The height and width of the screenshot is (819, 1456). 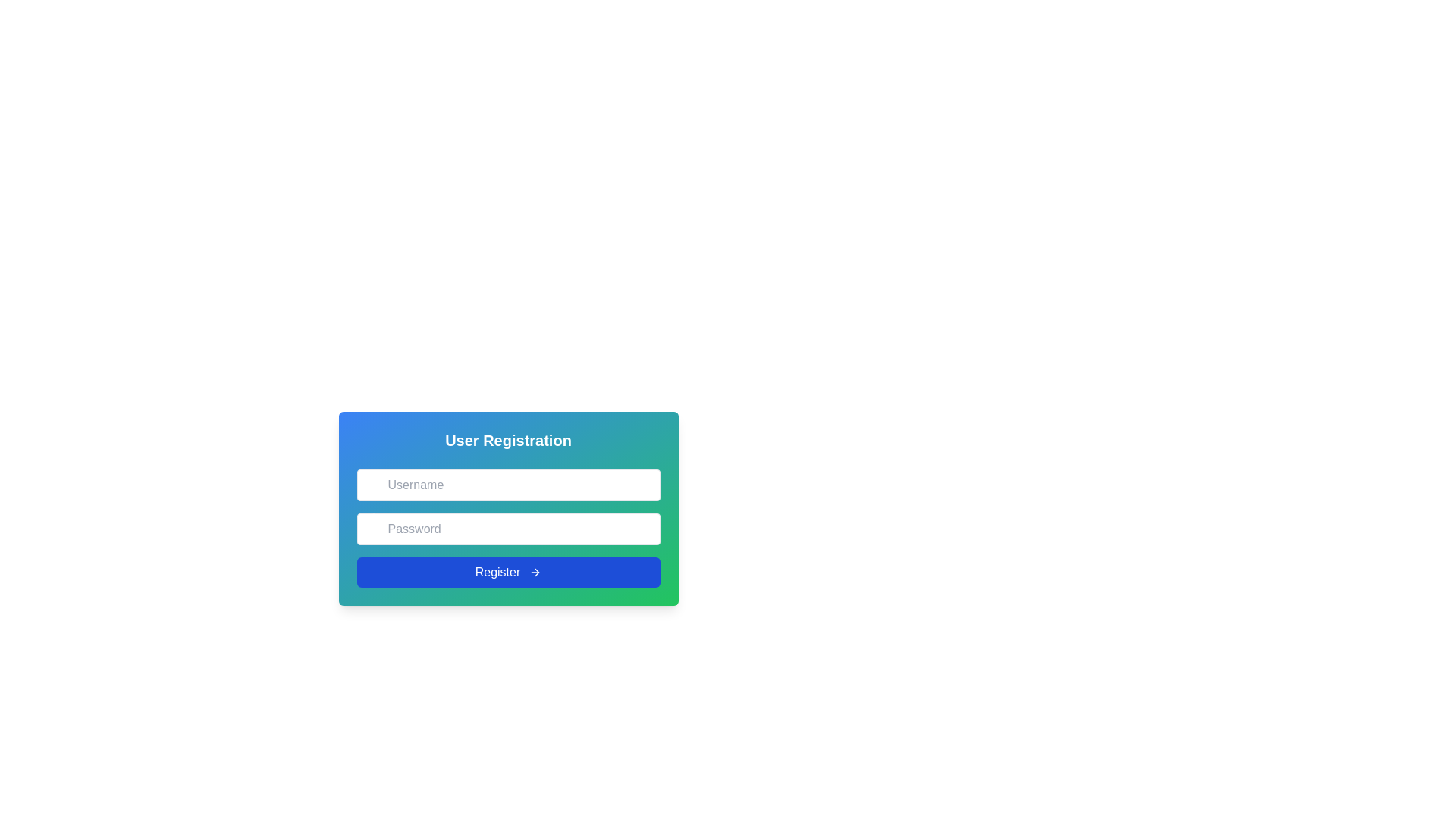 I want to click on the graphical icon positioned on the far right side of the 'Register' button, which complements the button's function within the 'User Registration' panel, so click(x=535, y=573).